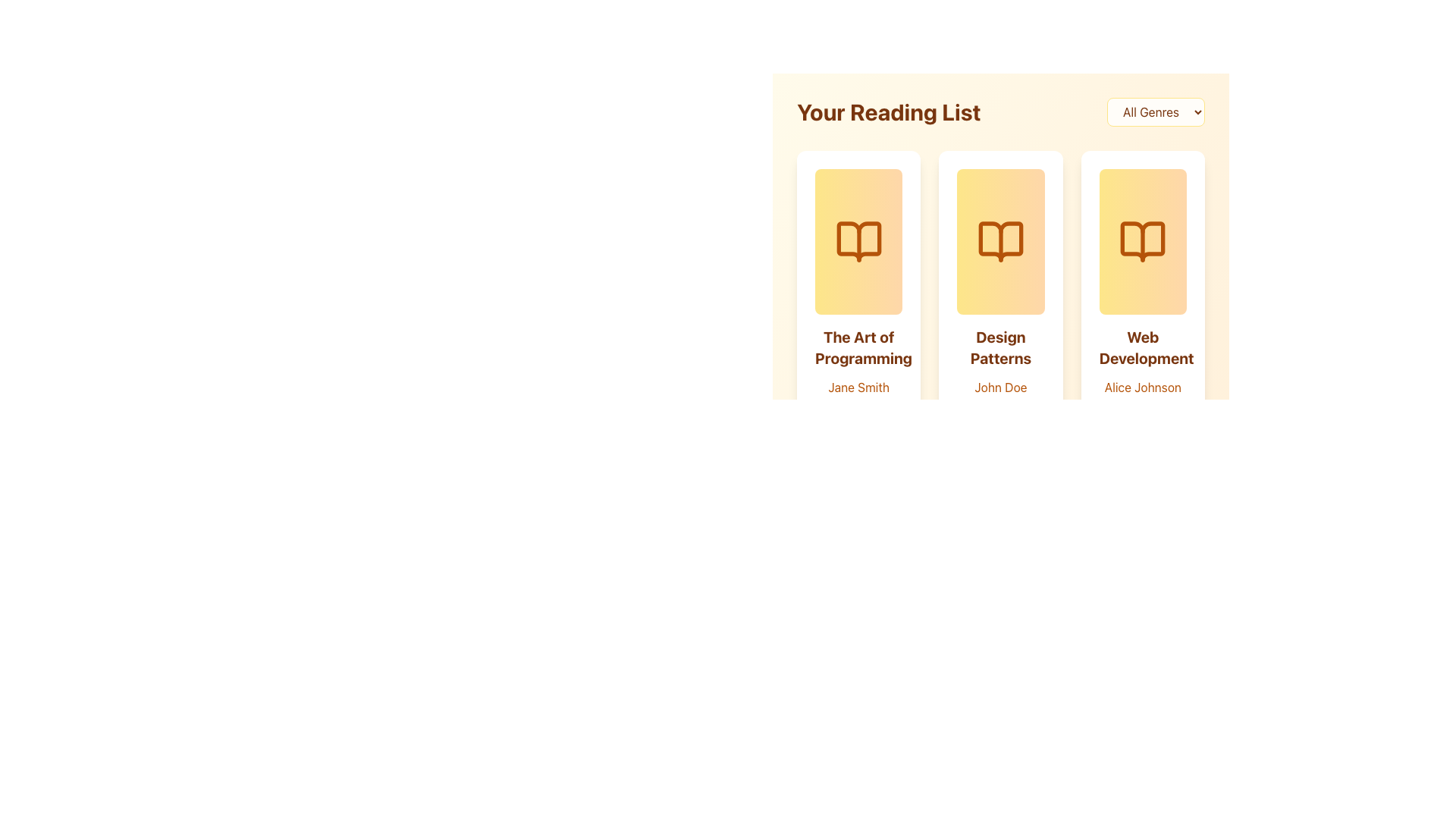 Image resolution: width=1456 pixels, height=819 pixels. What do you see at coordinates (1001, 241) in the screenshot?
I see `the open book icon with a bold brown outline, located in the middle card of the 'Your Reading List' section, centered above the text 'Design Patterns' and 'John Doe'` at bounding box center [1001, 241].